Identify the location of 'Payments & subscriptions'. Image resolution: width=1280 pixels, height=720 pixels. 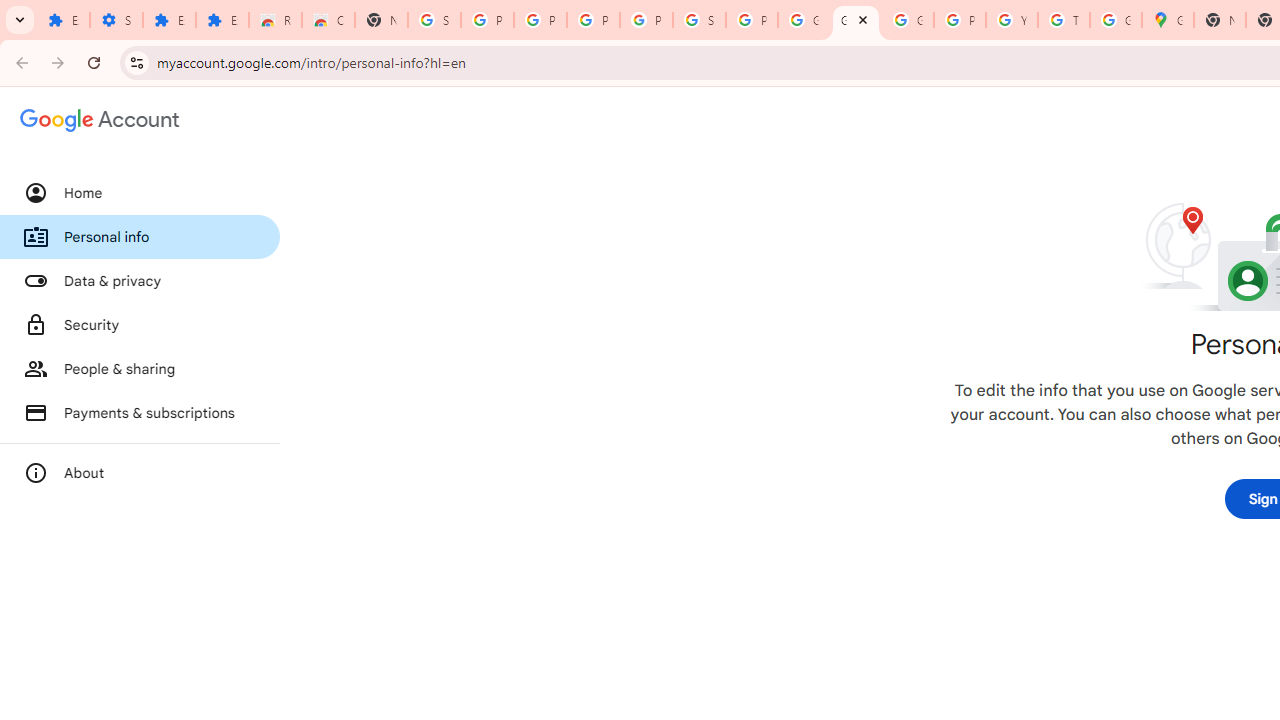
(139, 411).